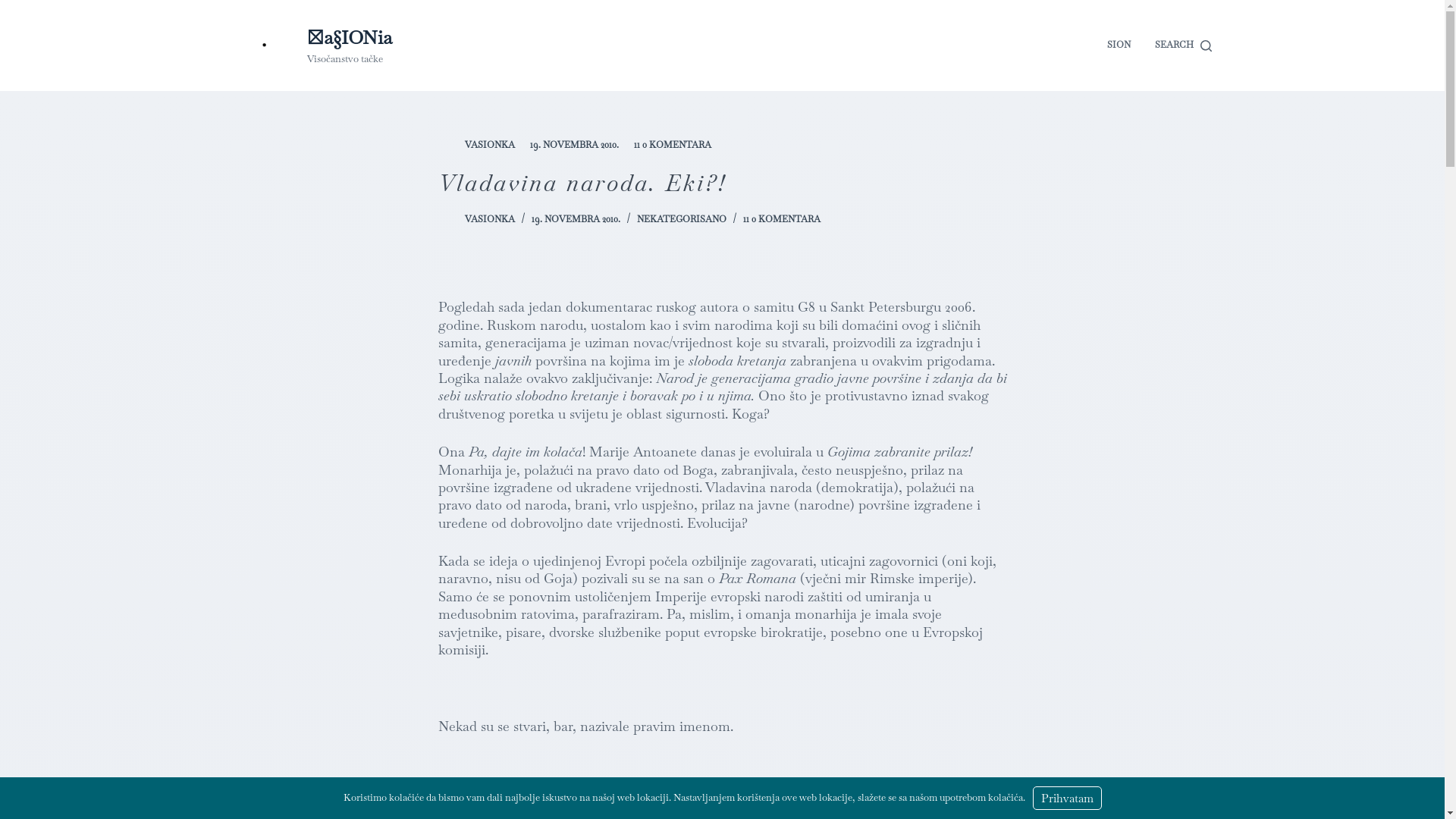 This screenshot has height=819, width=1456. I want to click on 'NEKATEGORISANO', so click(680, 219).